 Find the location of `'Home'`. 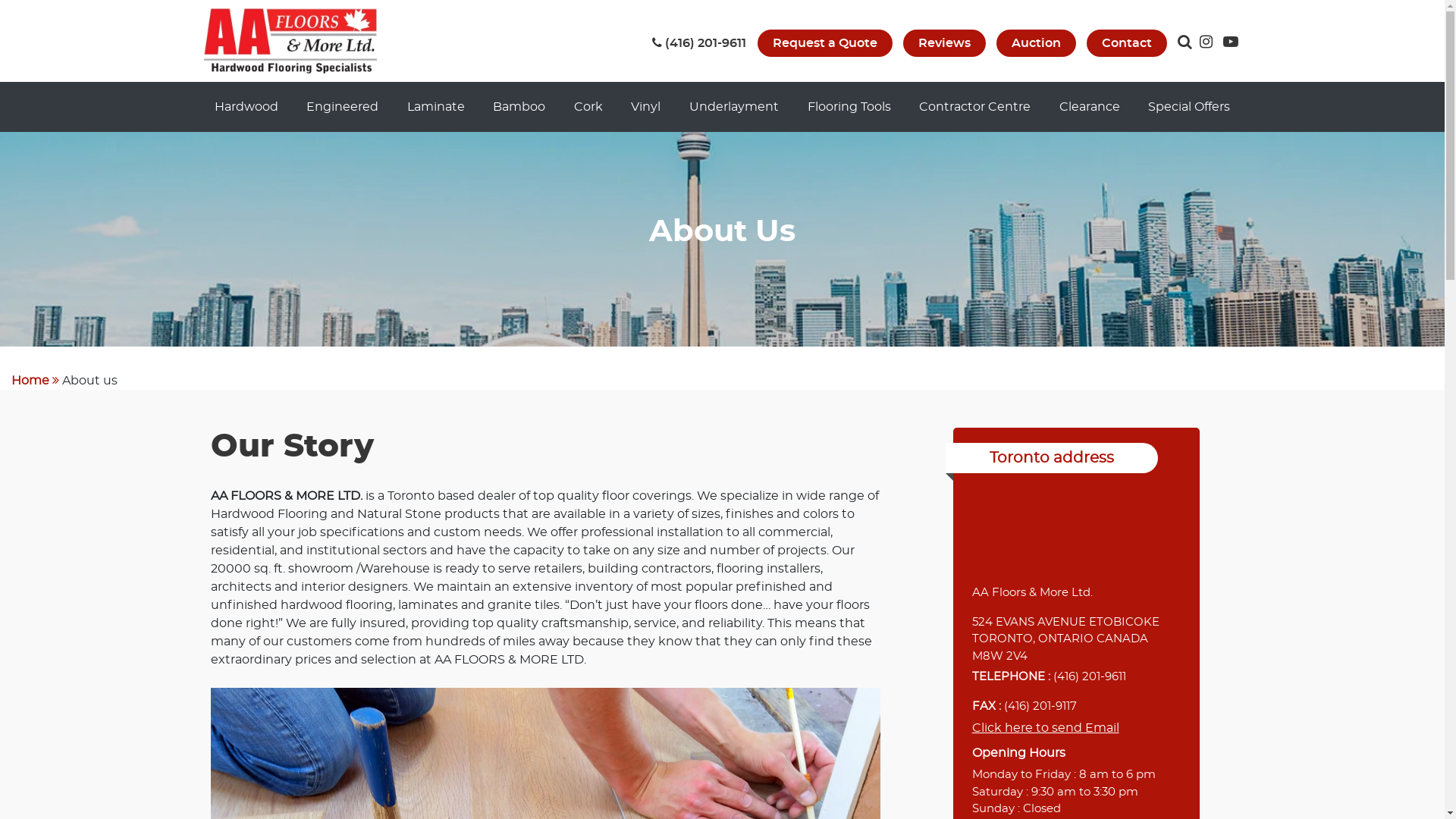

'Home' is located at coordinates (30, 379).